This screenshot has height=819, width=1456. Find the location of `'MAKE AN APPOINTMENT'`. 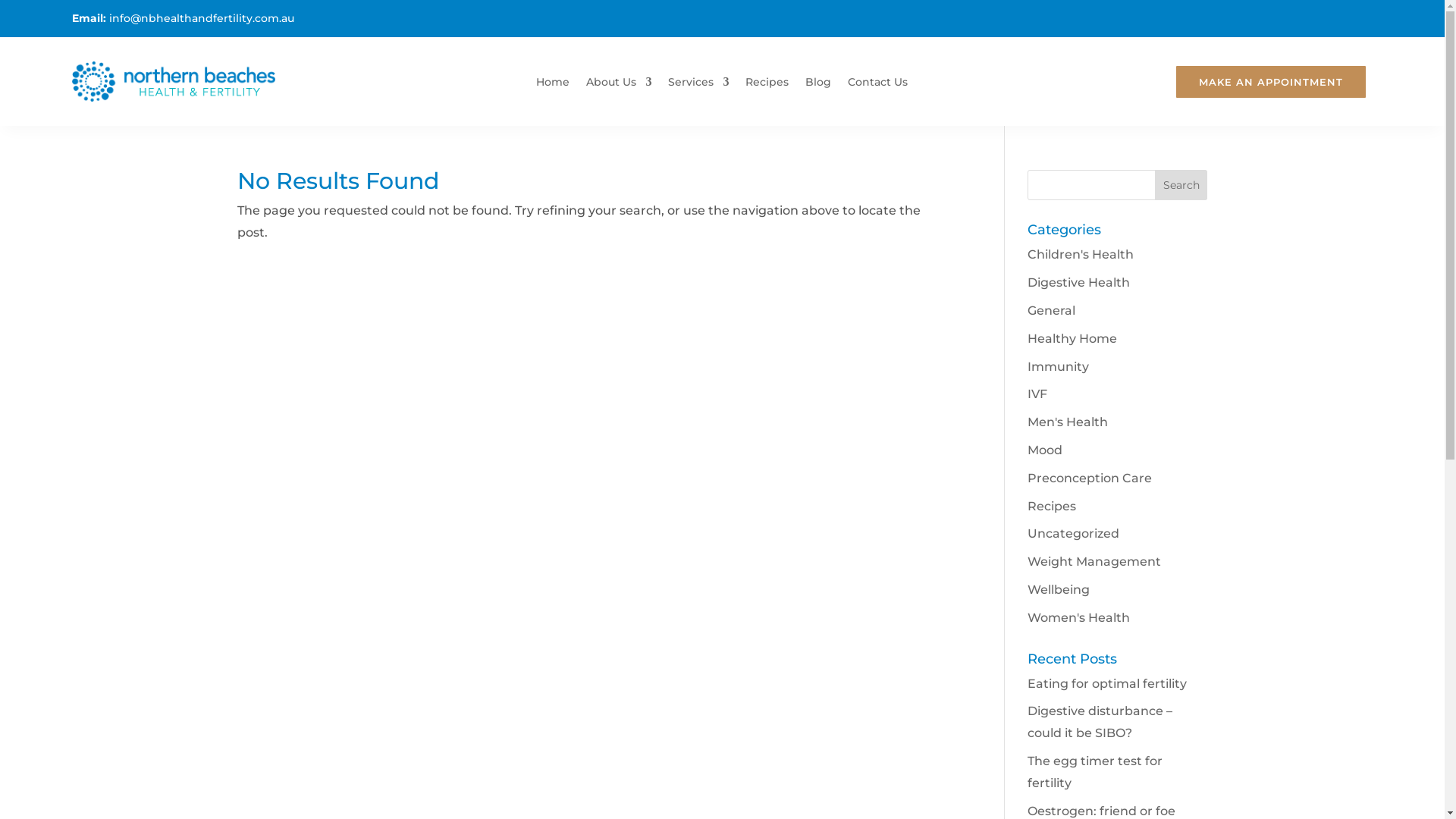

'MAKE AN APPOINTMENT' is located at coordinates (1270, 82).